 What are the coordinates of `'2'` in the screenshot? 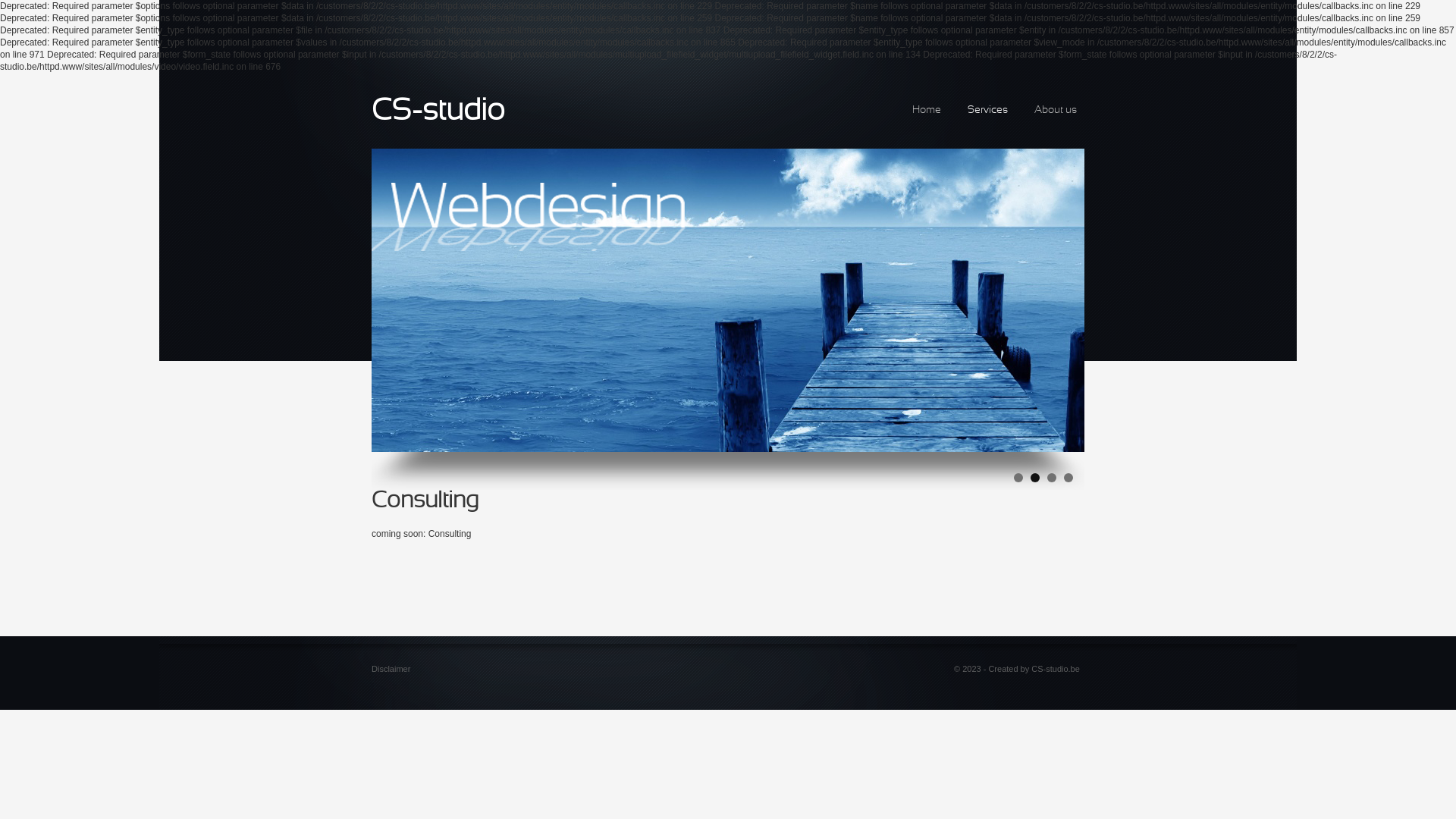 It's located at (1034, 476).